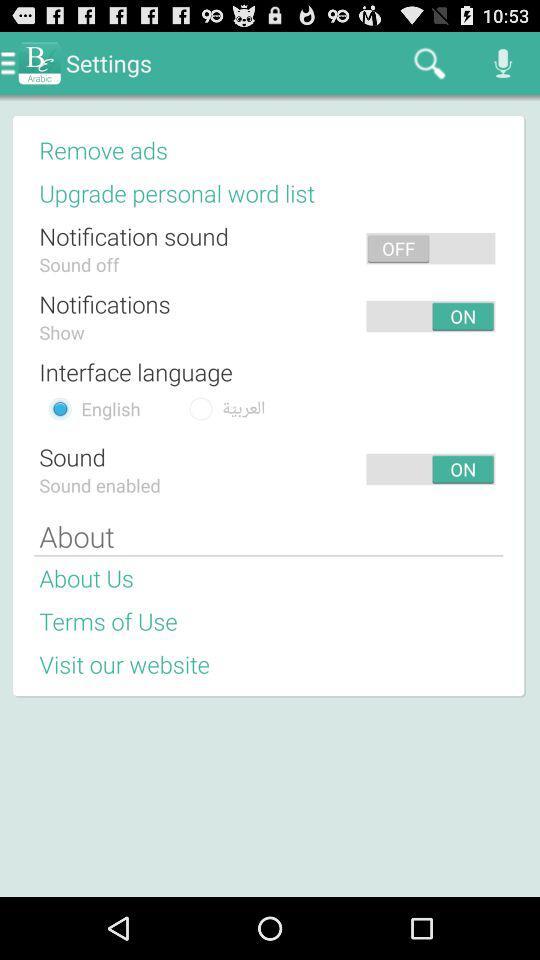 The image size is (540, 960). I want to click on choose english language, so click(60, 407).